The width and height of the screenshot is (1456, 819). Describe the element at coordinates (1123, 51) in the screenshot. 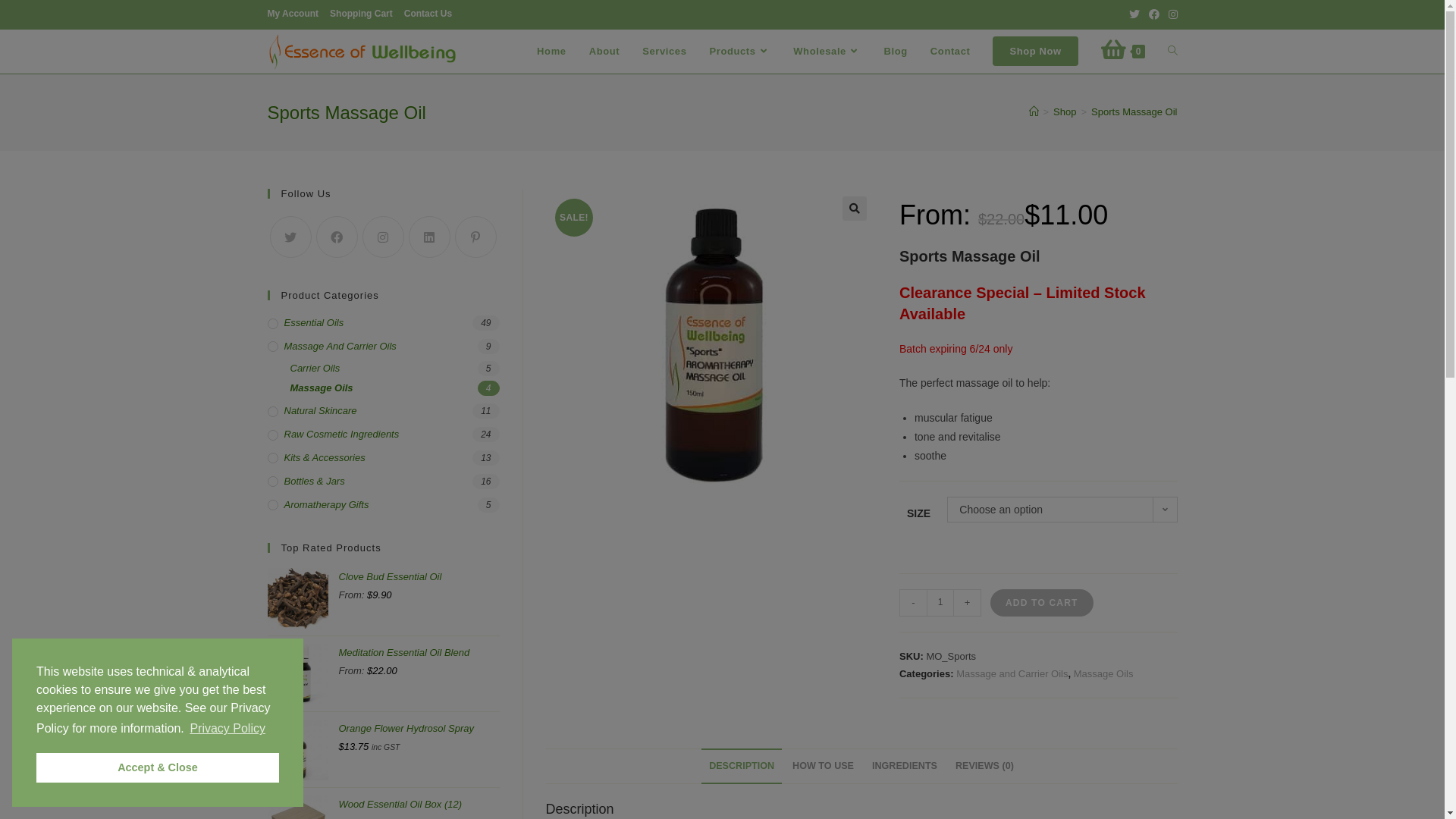

I see `'0'` at that location.